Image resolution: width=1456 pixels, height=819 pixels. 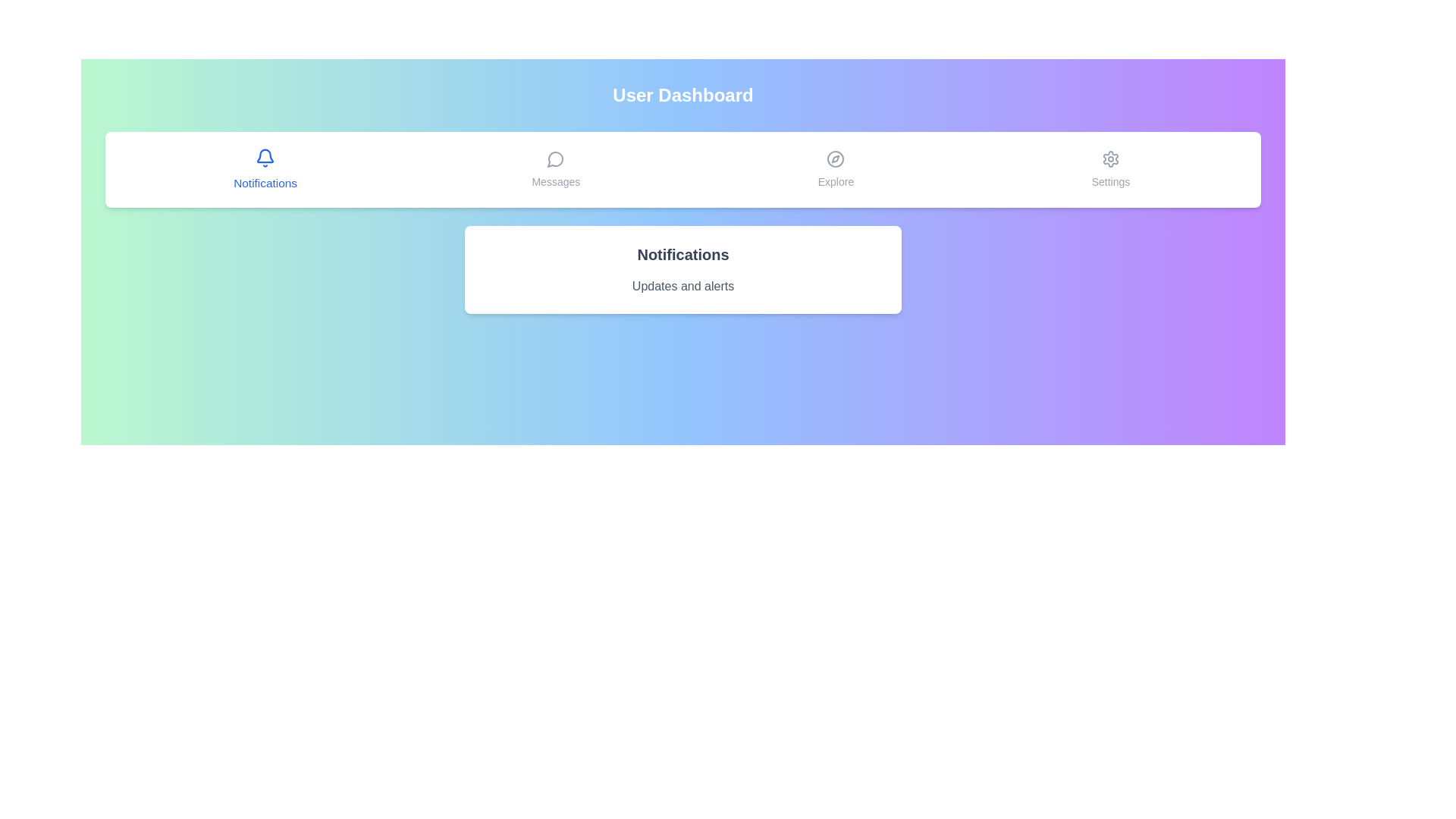 I want to click on the tab labeled Messages to observe its hover effect, so click(x=555, y=169).